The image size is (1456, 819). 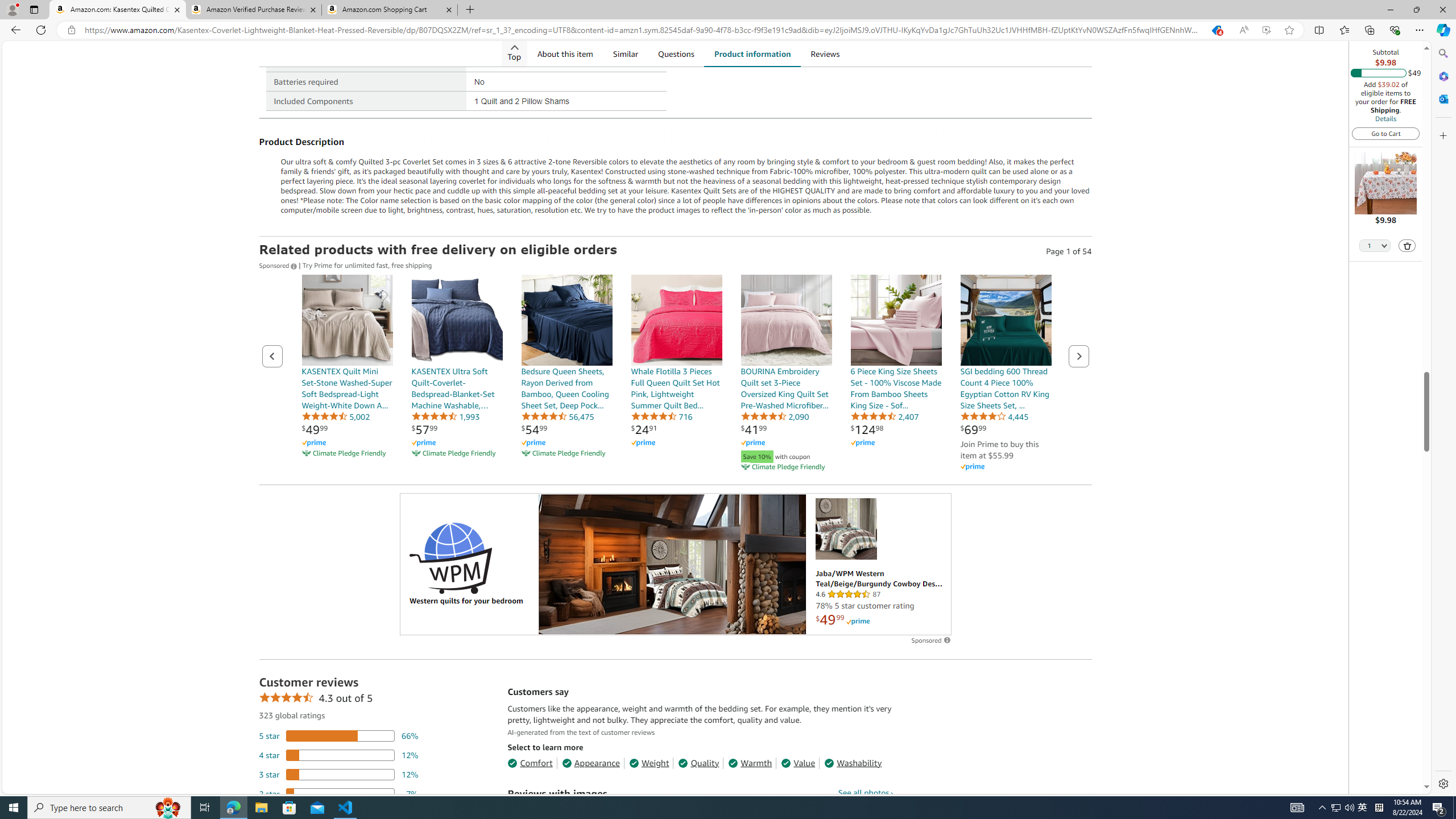 I want to click on 'Appearance', so click(x=591, y=762).